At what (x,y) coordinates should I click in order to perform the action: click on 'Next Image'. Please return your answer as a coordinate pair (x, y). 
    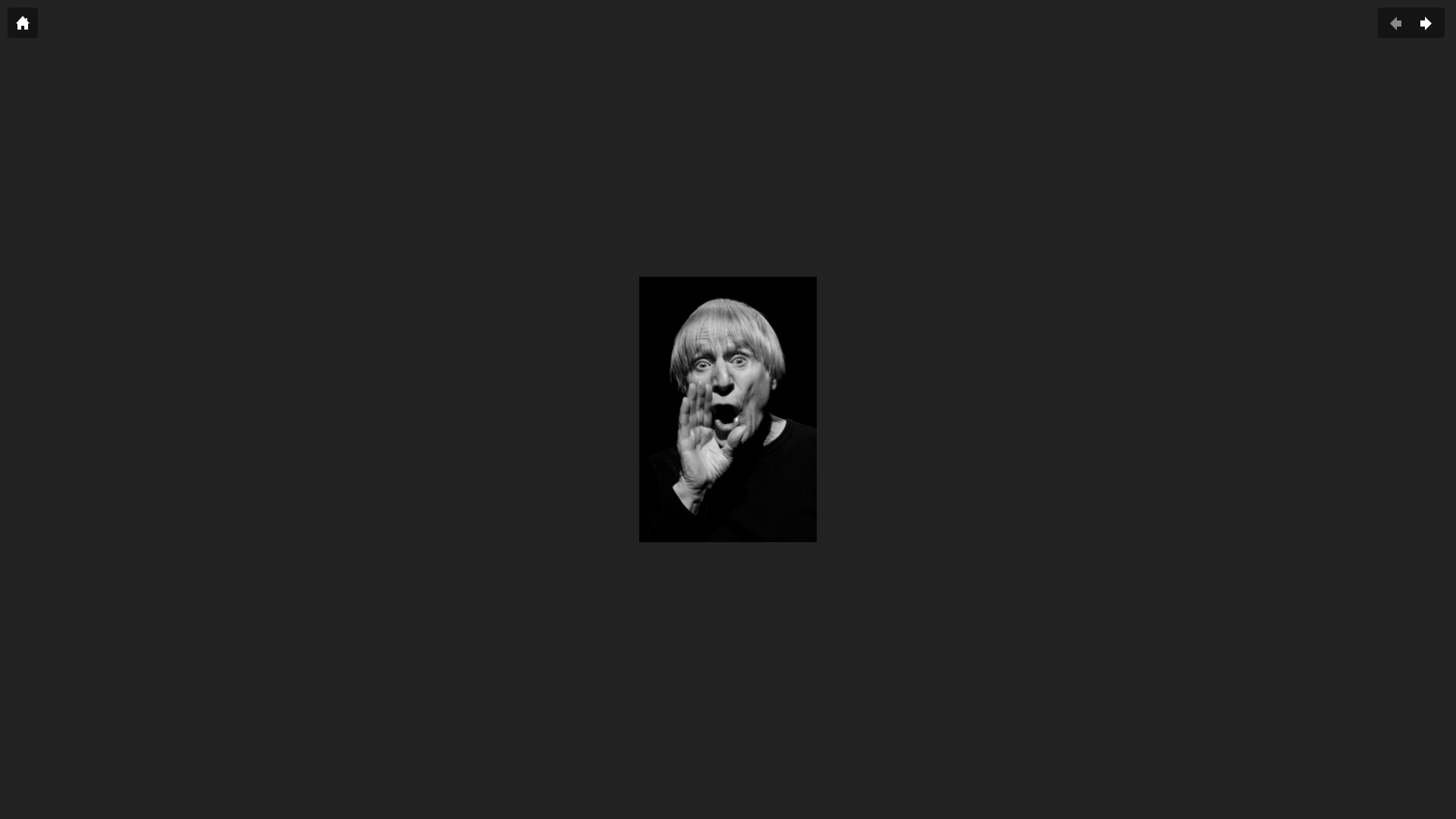
    Looking at the image, I should click on (1426, 23).